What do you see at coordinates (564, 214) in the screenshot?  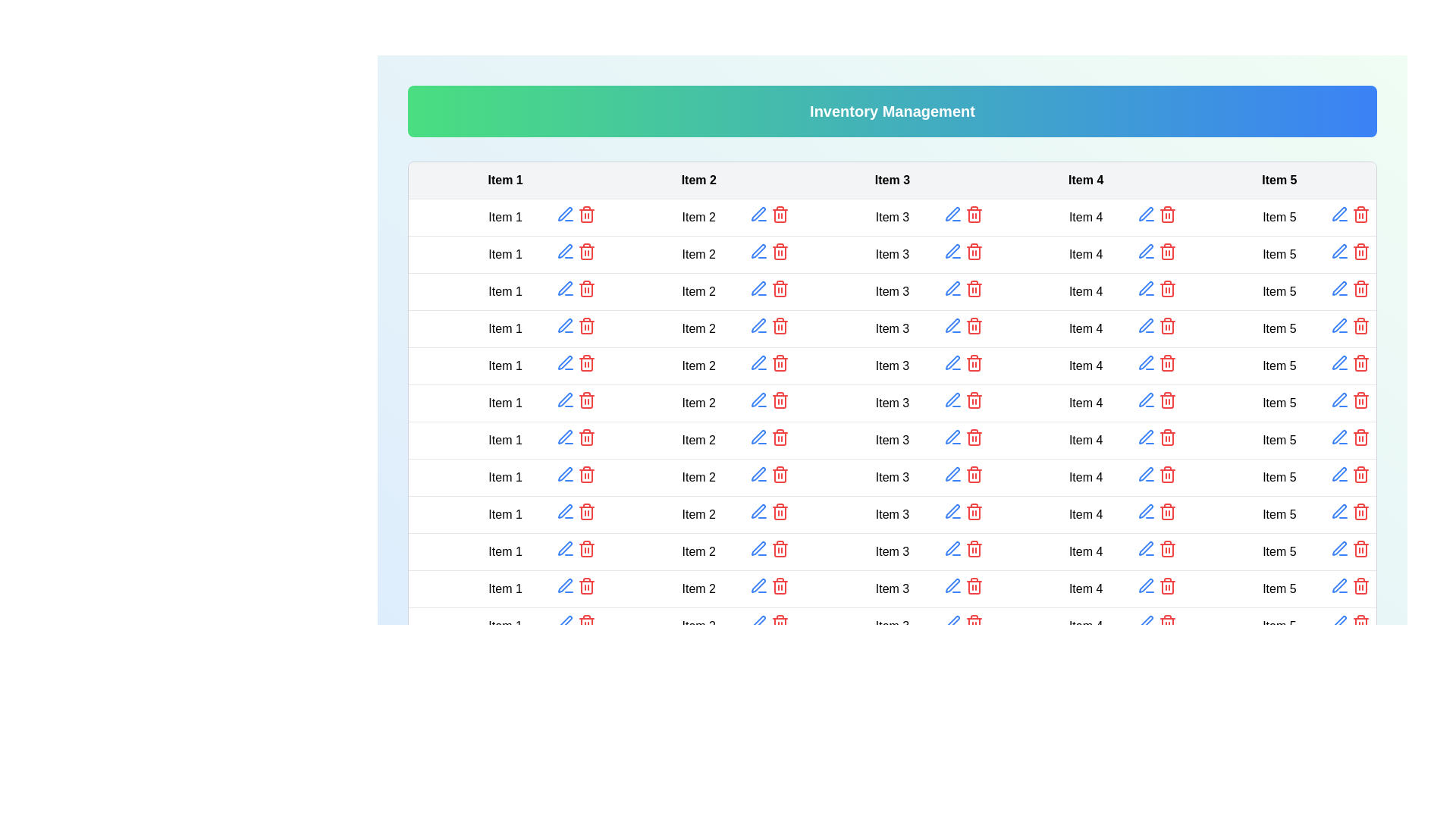 I see `the edit button for the specified cell to enable editing` at bounding box center [564, 214].